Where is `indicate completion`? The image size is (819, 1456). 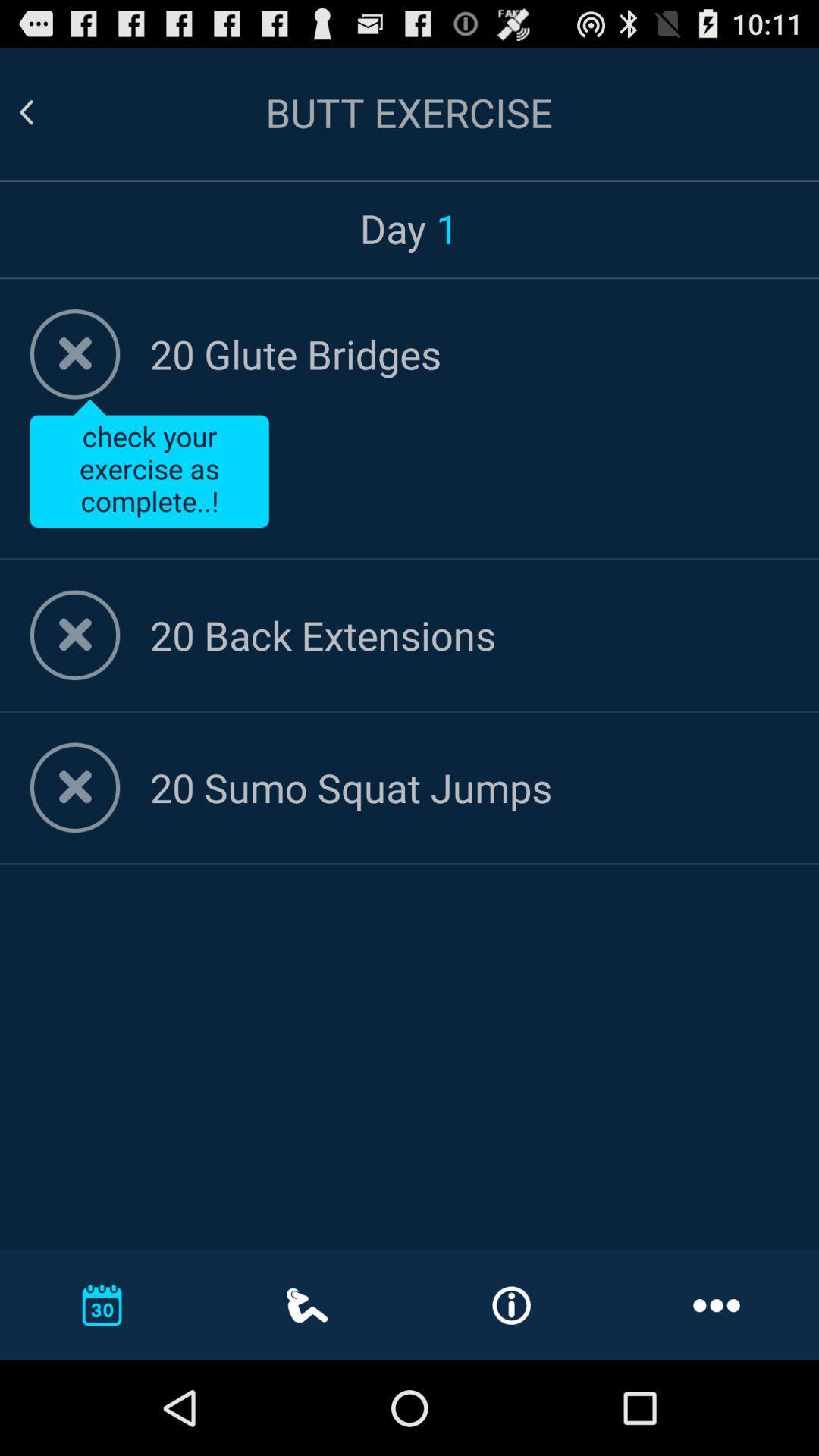
indicate completion is located at coordinates (75, 353).